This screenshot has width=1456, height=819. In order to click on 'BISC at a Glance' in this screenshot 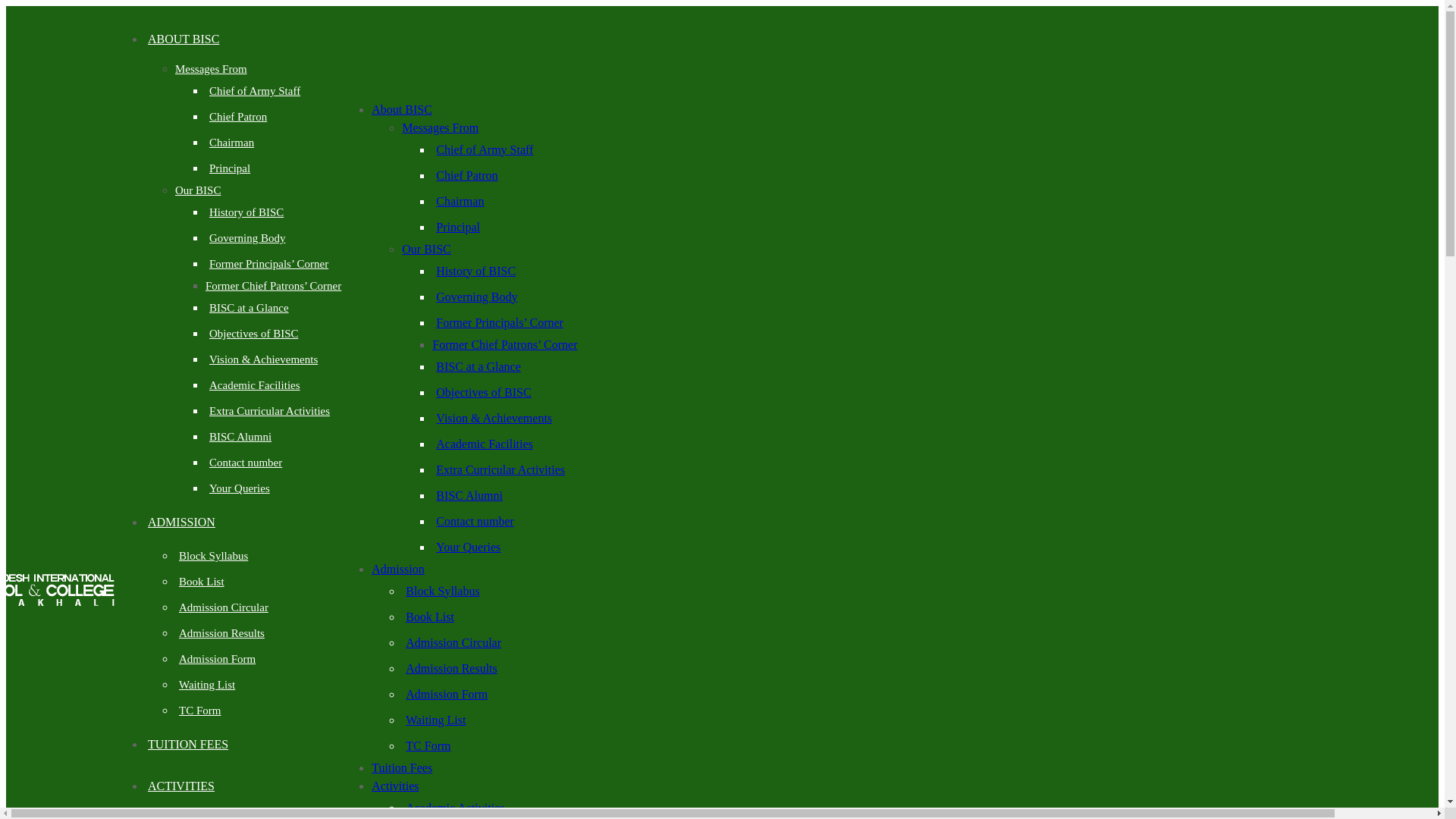, I will do `click(477, 366)`.